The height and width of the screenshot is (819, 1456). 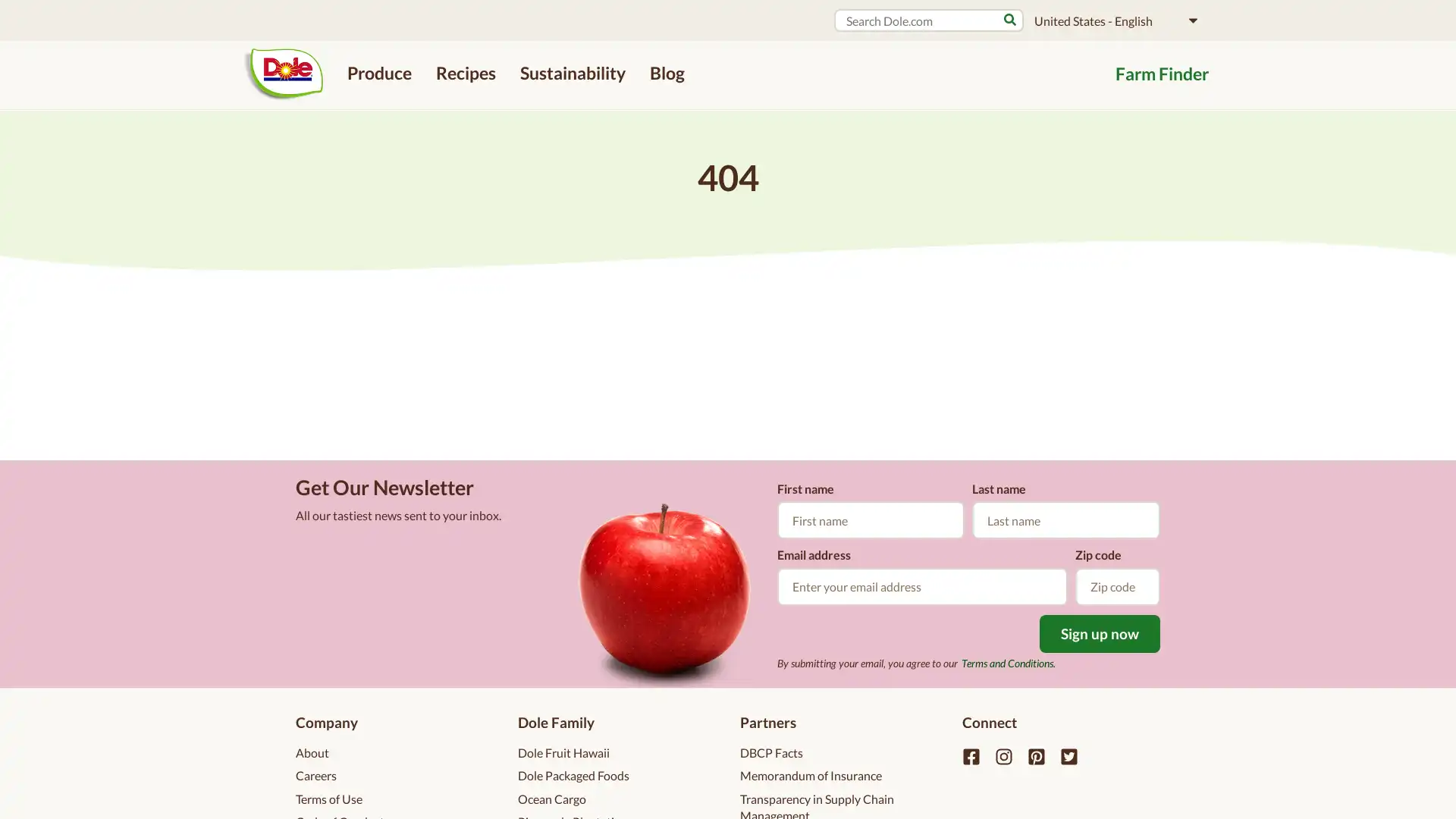 What do you see at coordinates (1009, 20) in the screenshot?
I see `Search Dole.com` at bounding box center [1009, 20].